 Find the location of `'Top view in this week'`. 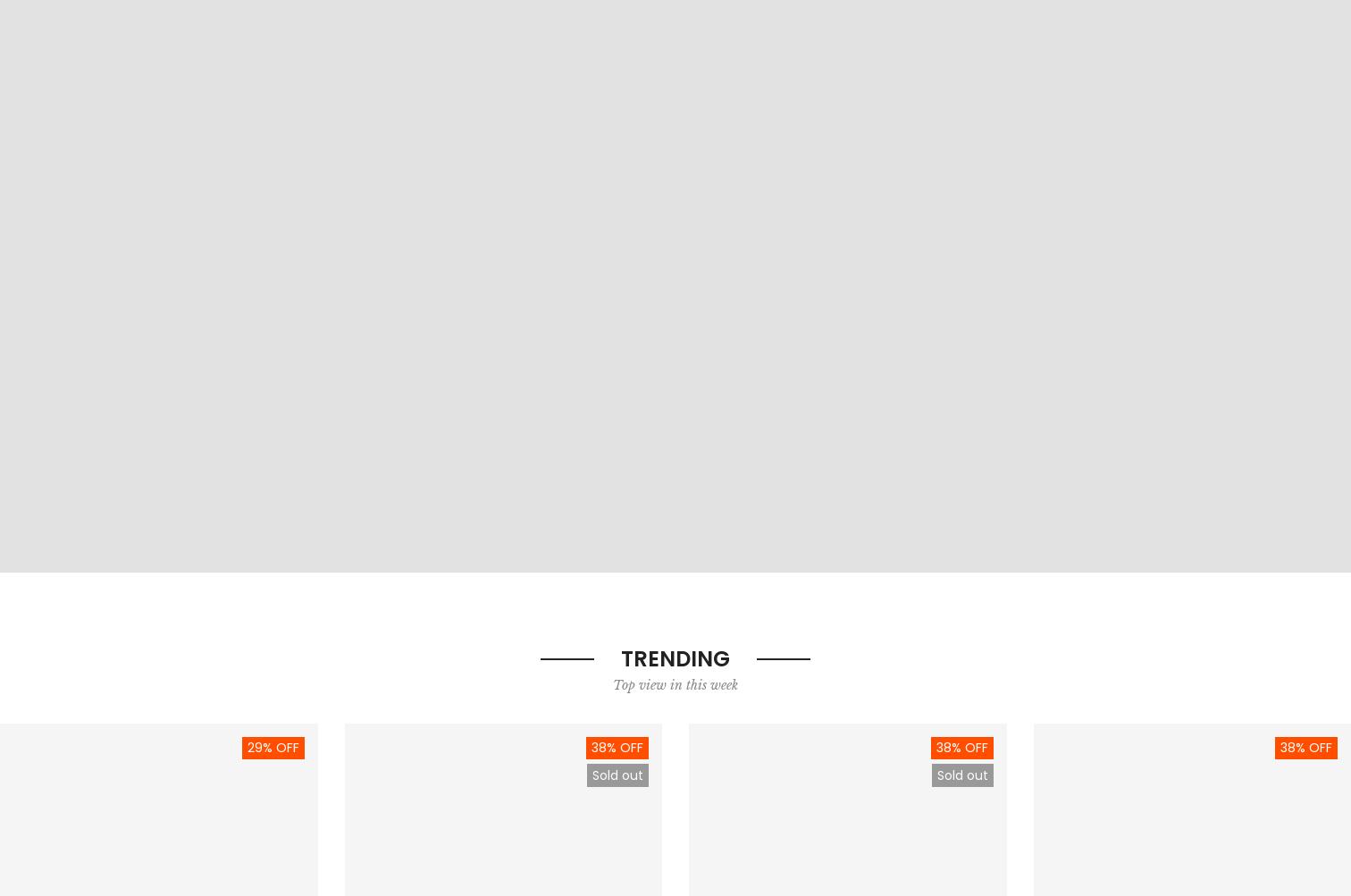

'Top view in this week' is located at coordinates (675, 683).